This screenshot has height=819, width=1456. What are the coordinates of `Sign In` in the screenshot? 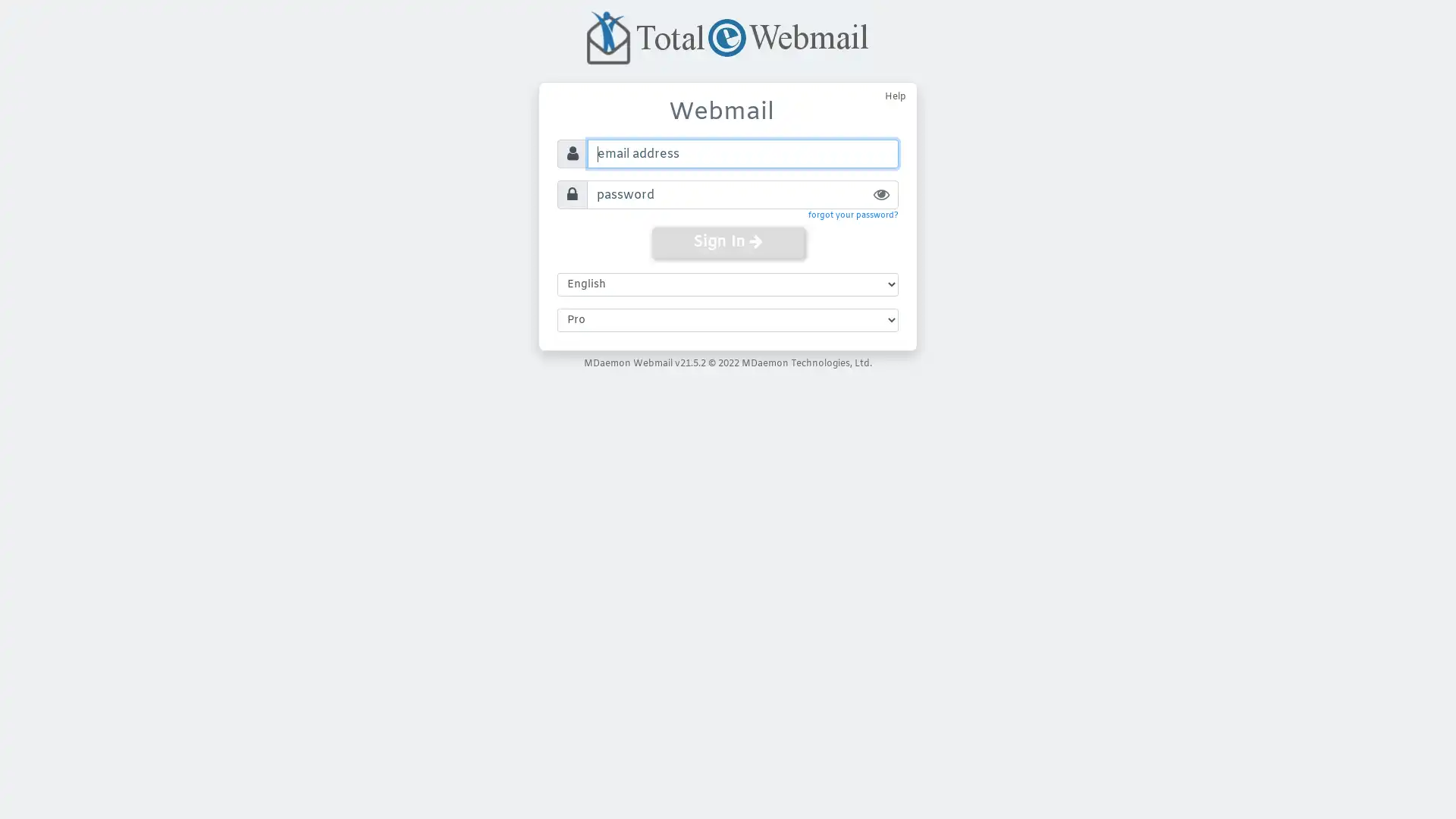 It's located at (728, 242).